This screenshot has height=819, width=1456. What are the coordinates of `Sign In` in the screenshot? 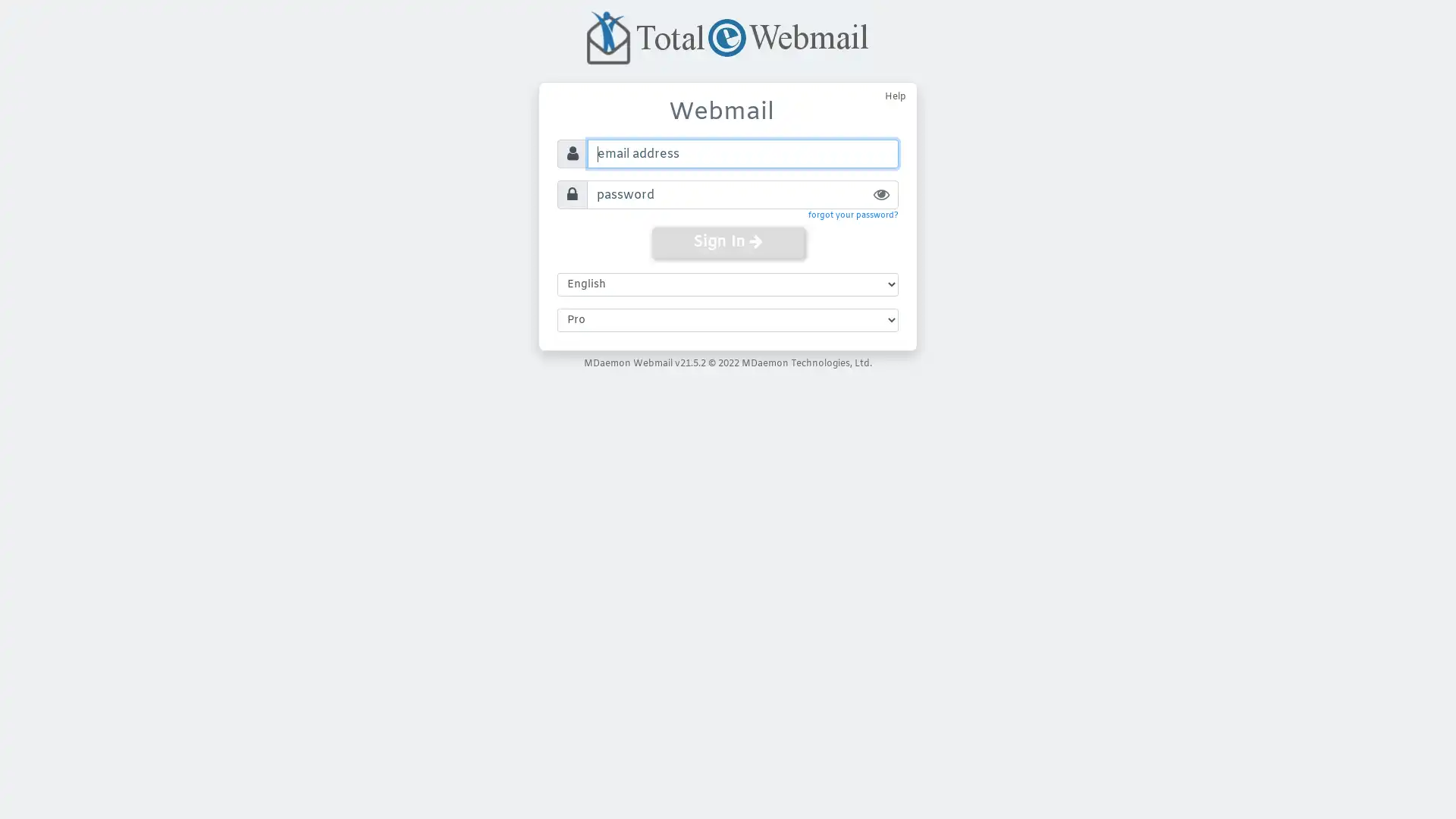 It's located at (728, 242).